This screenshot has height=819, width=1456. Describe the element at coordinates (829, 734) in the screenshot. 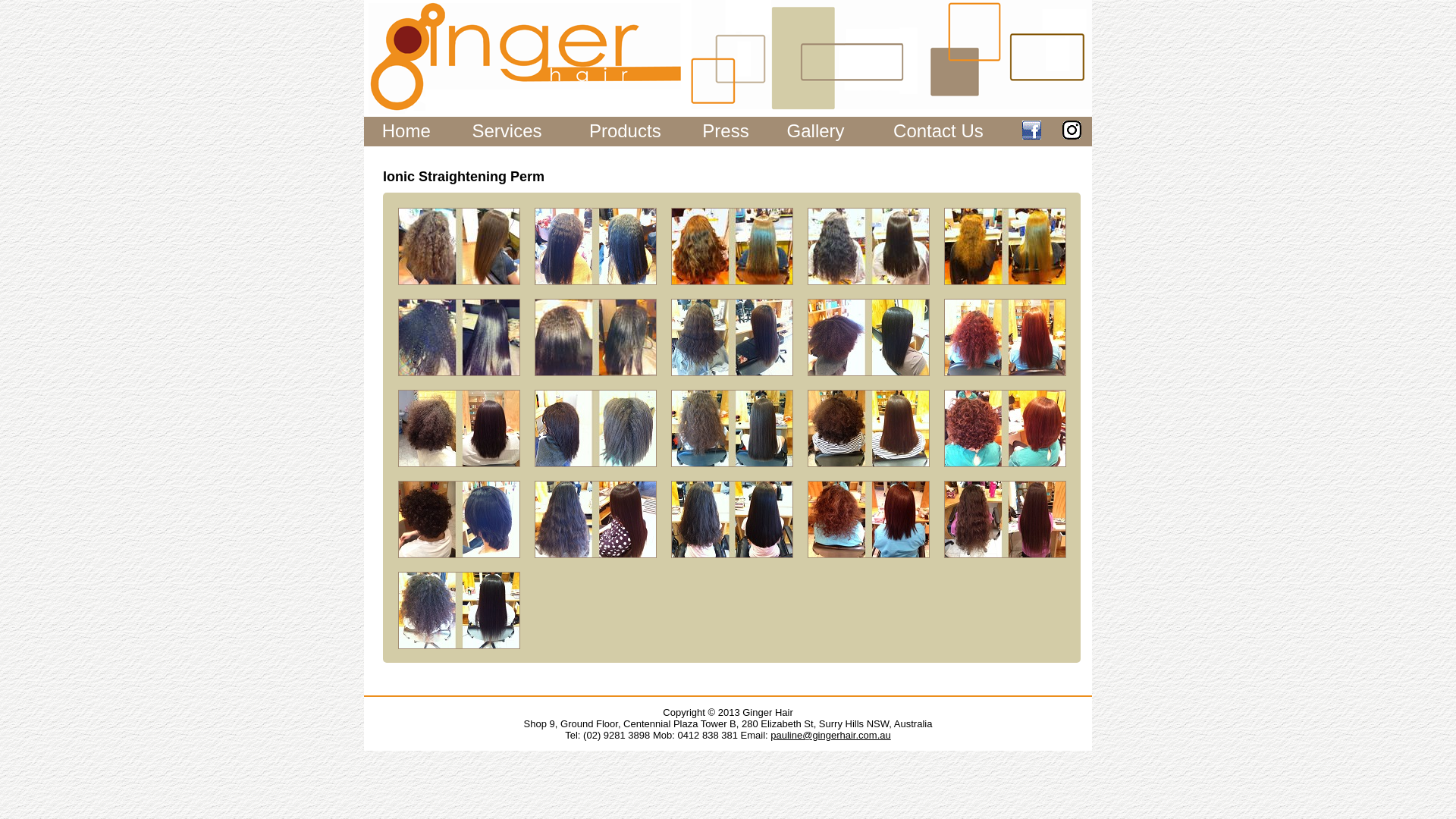

I see `'pauline@gingerhair.com.au'` at that location.